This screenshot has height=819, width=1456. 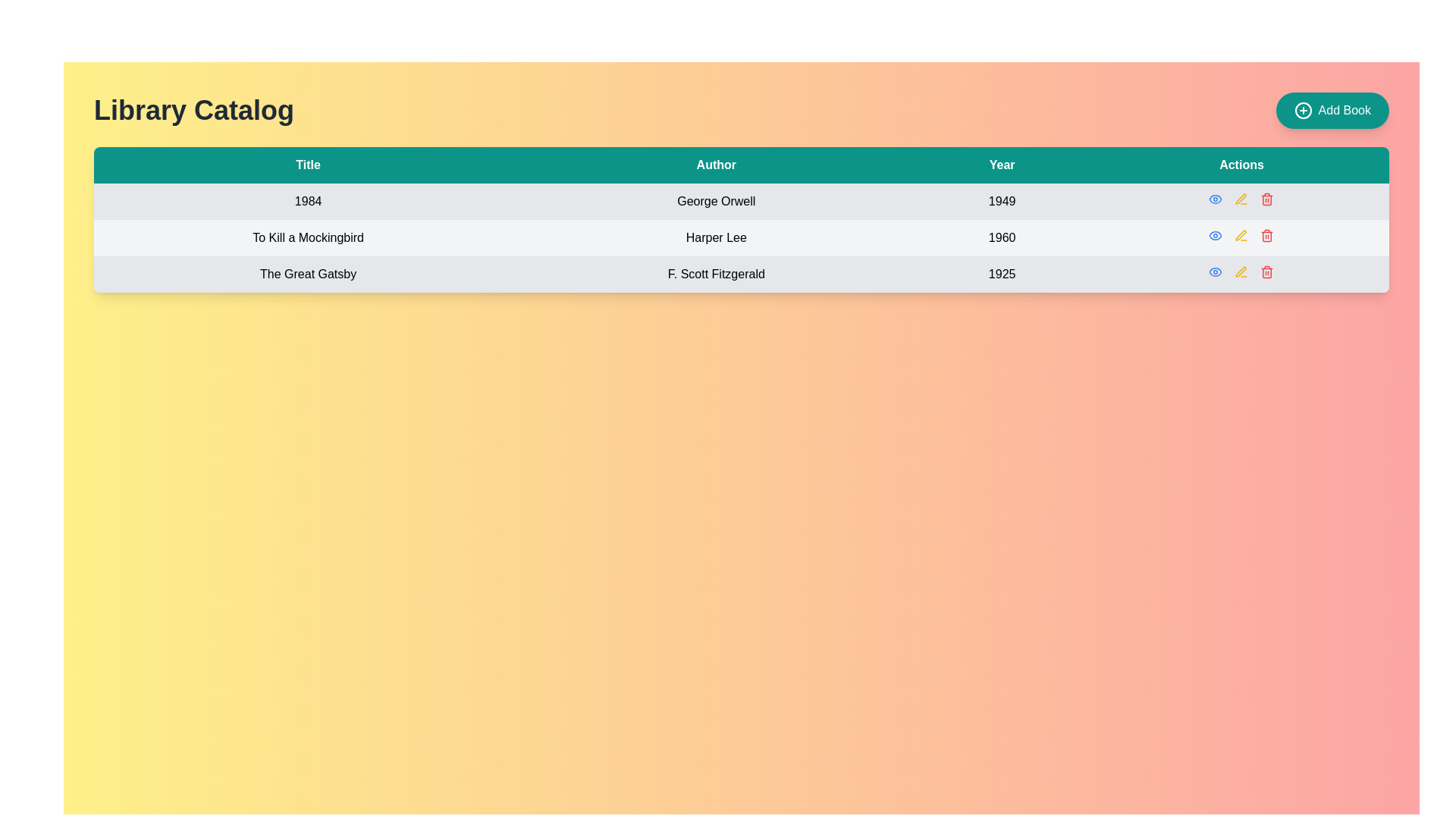 I want to click on the red trash bin icon button in the second row of the Actions column, so click(x=1267, y=236).